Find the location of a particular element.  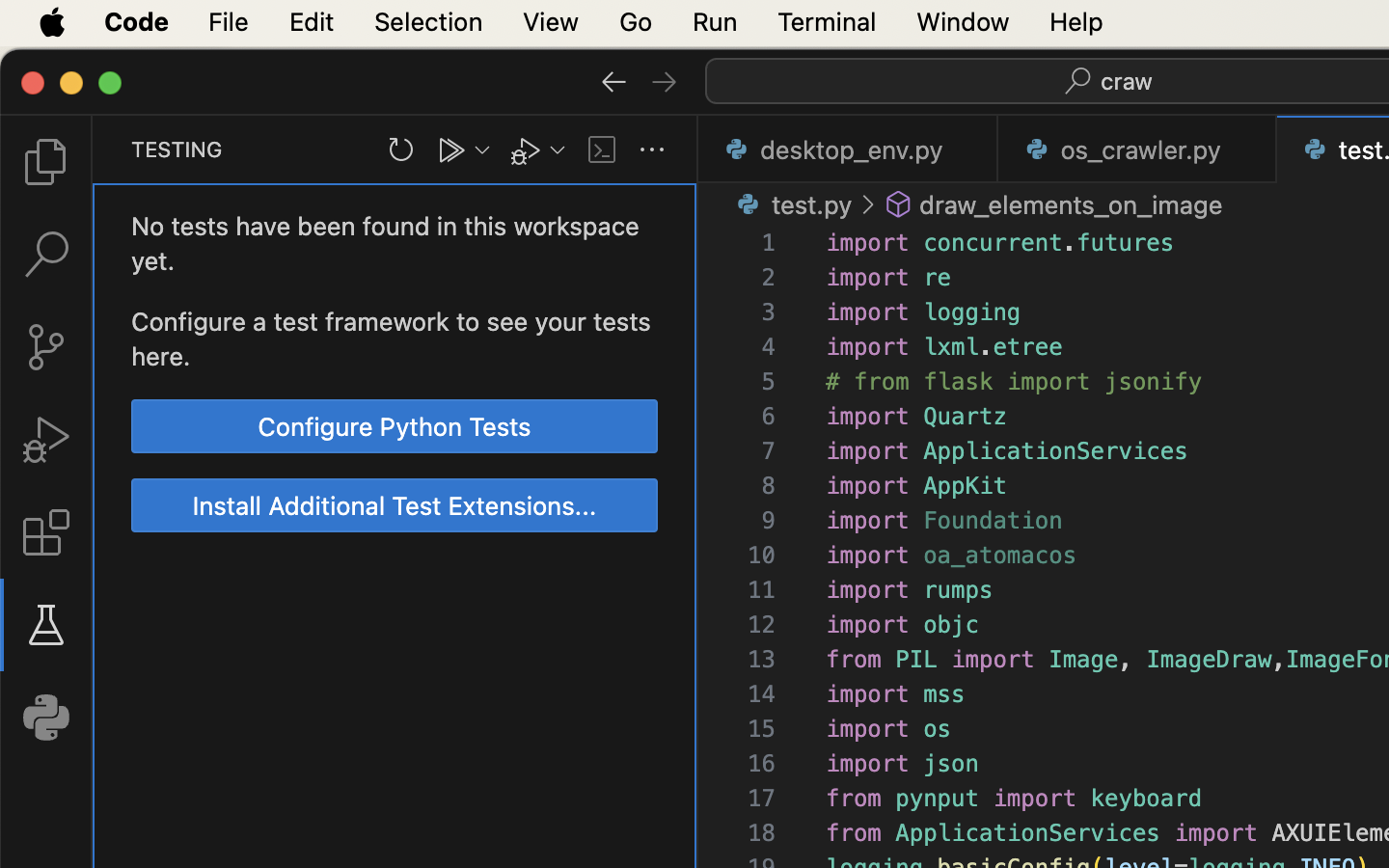

'' is located at coordinates (665, 79).